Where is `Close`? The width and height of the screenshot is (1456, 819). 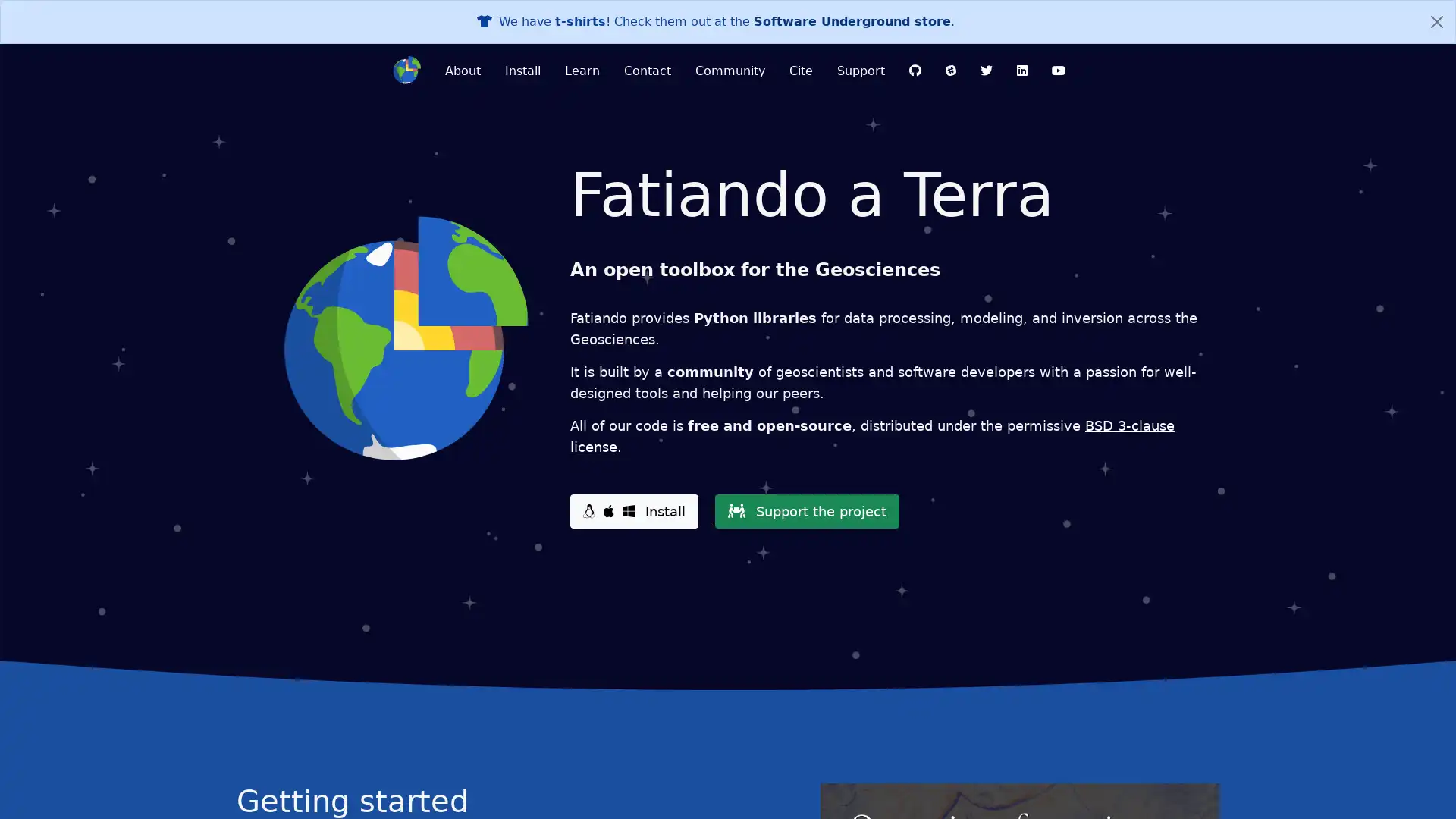
Close is located at coordinates (1436, 22).